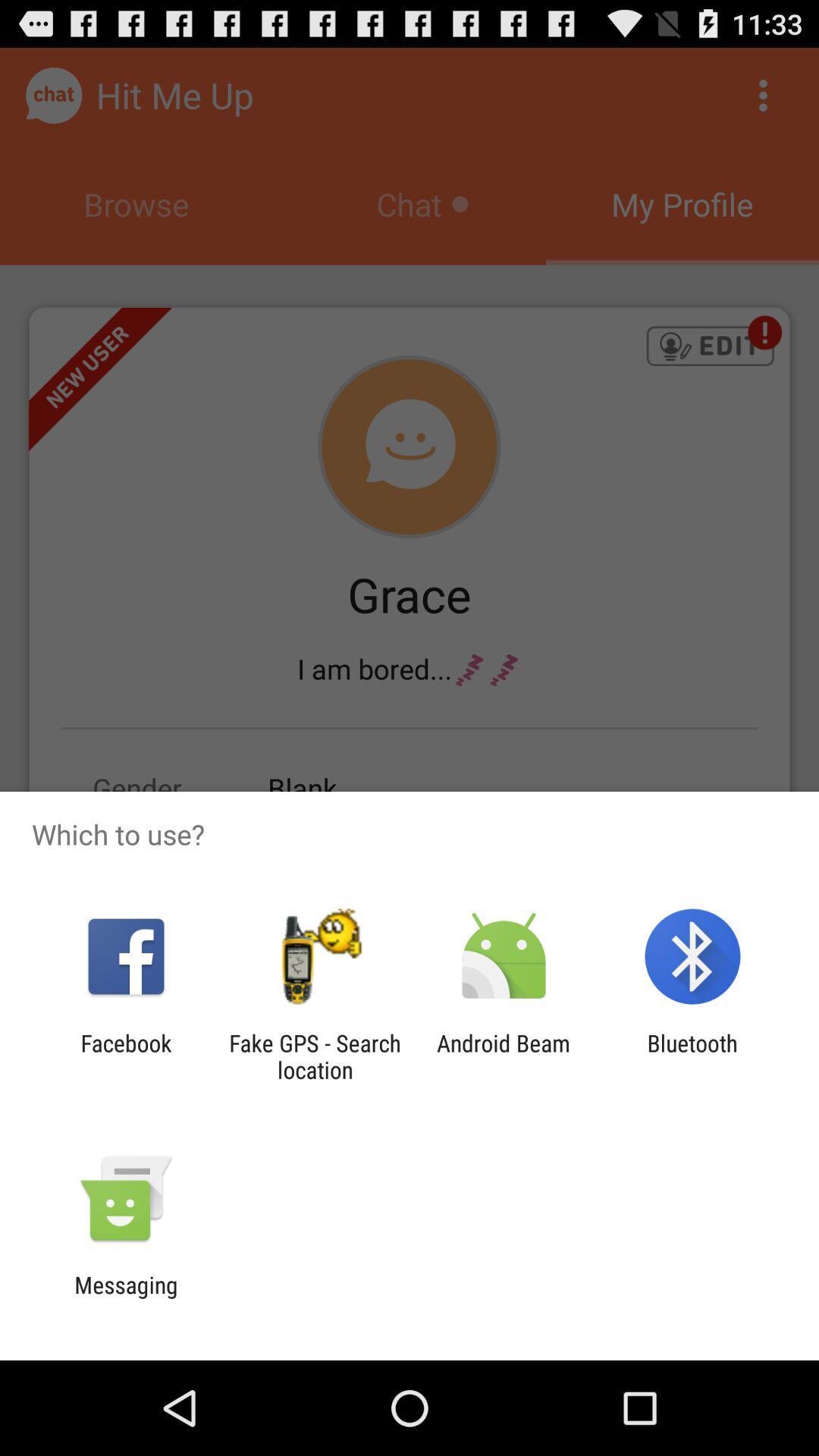 The image size is (819, 1456). What do you see at coordinates (504, 1056) in the screenshot?
I see `item next to bluetooth item` at bounding box center [504, 1056].